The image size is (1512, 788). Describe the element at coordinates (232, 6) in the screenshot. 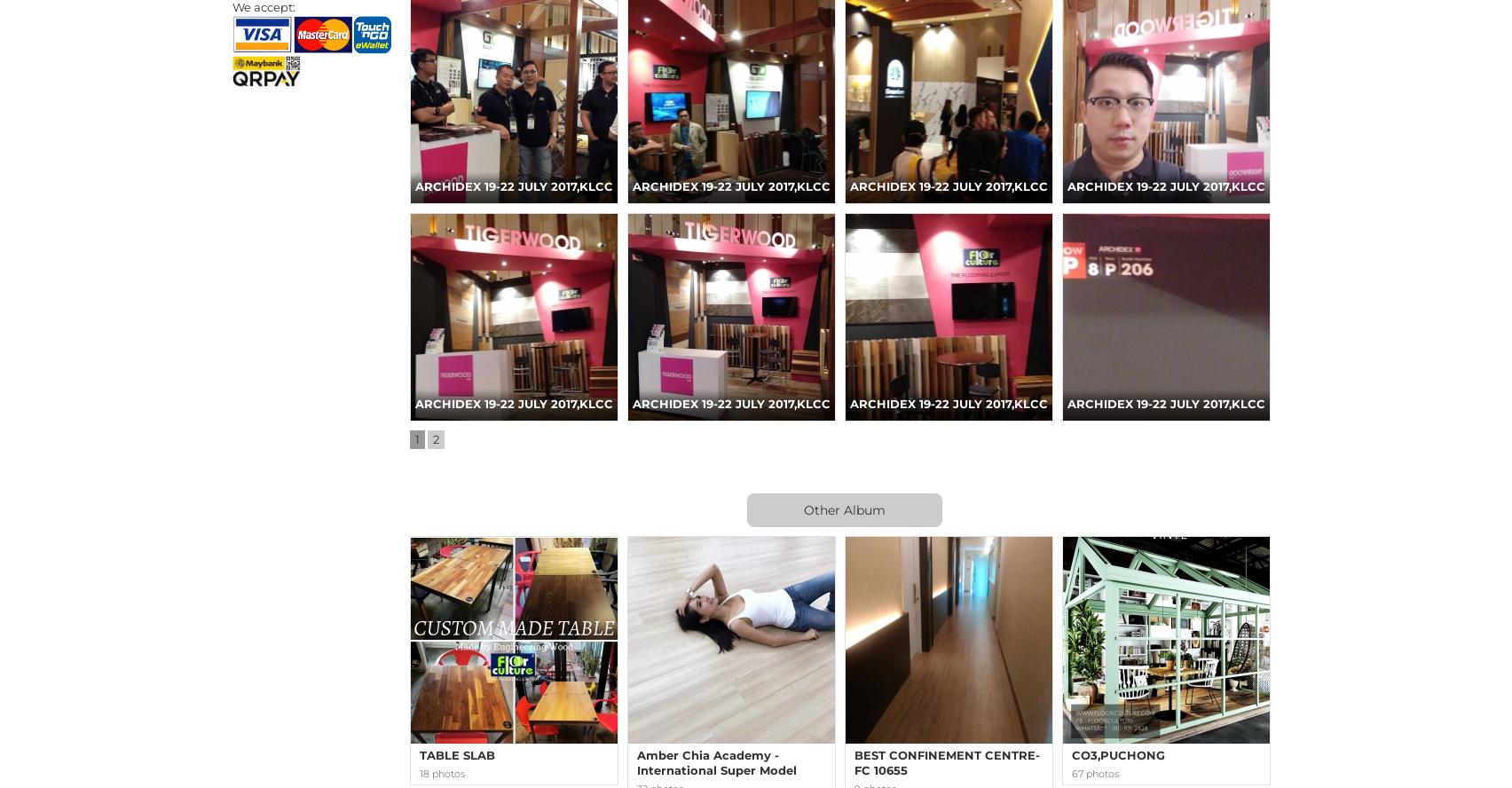

I see `'We accept:'` at that location.